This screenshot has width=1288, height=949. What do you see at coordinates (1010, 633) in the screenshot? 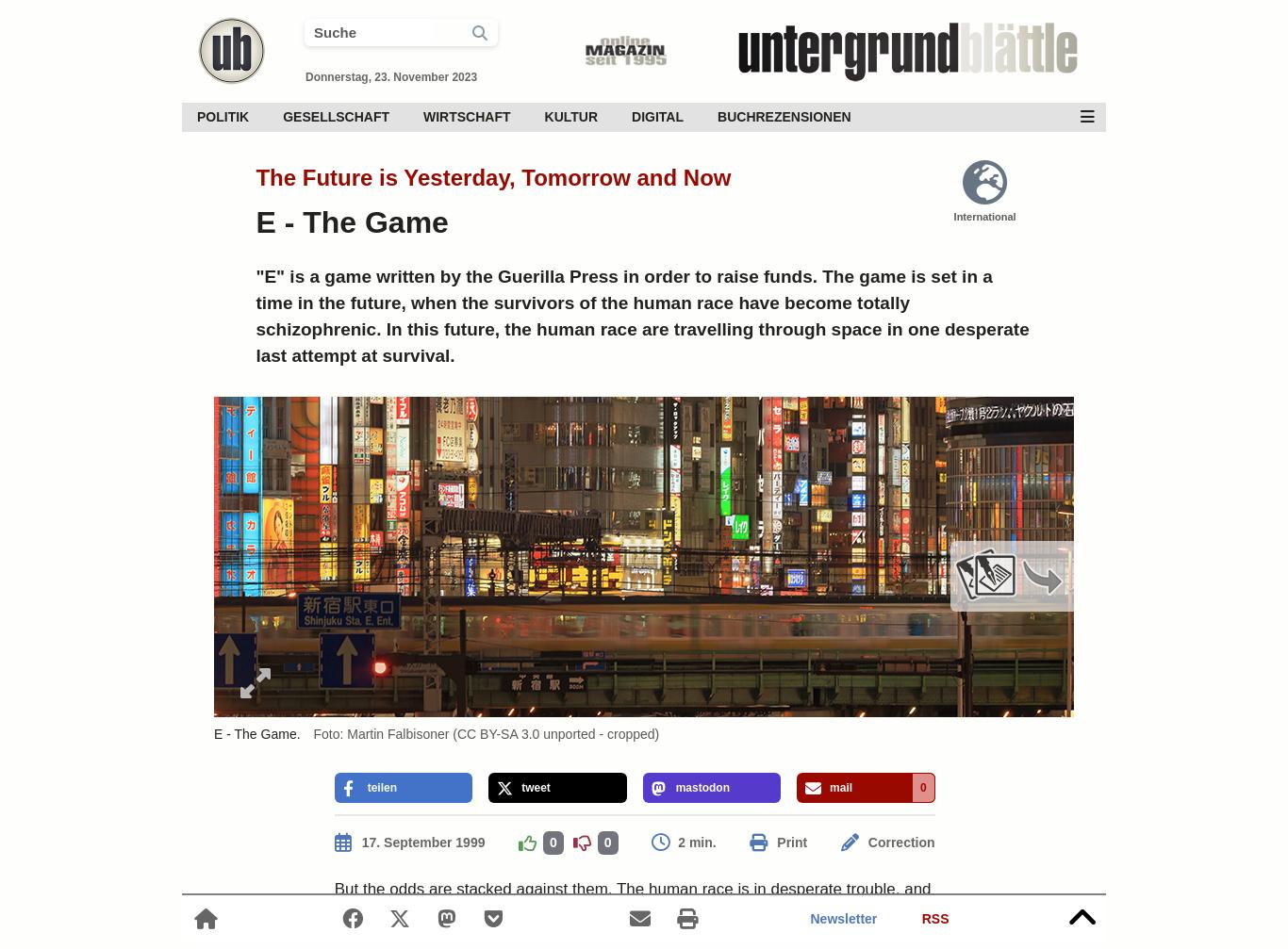
I see `'Mehr Artikel'` at bounding box center [1010, 633].